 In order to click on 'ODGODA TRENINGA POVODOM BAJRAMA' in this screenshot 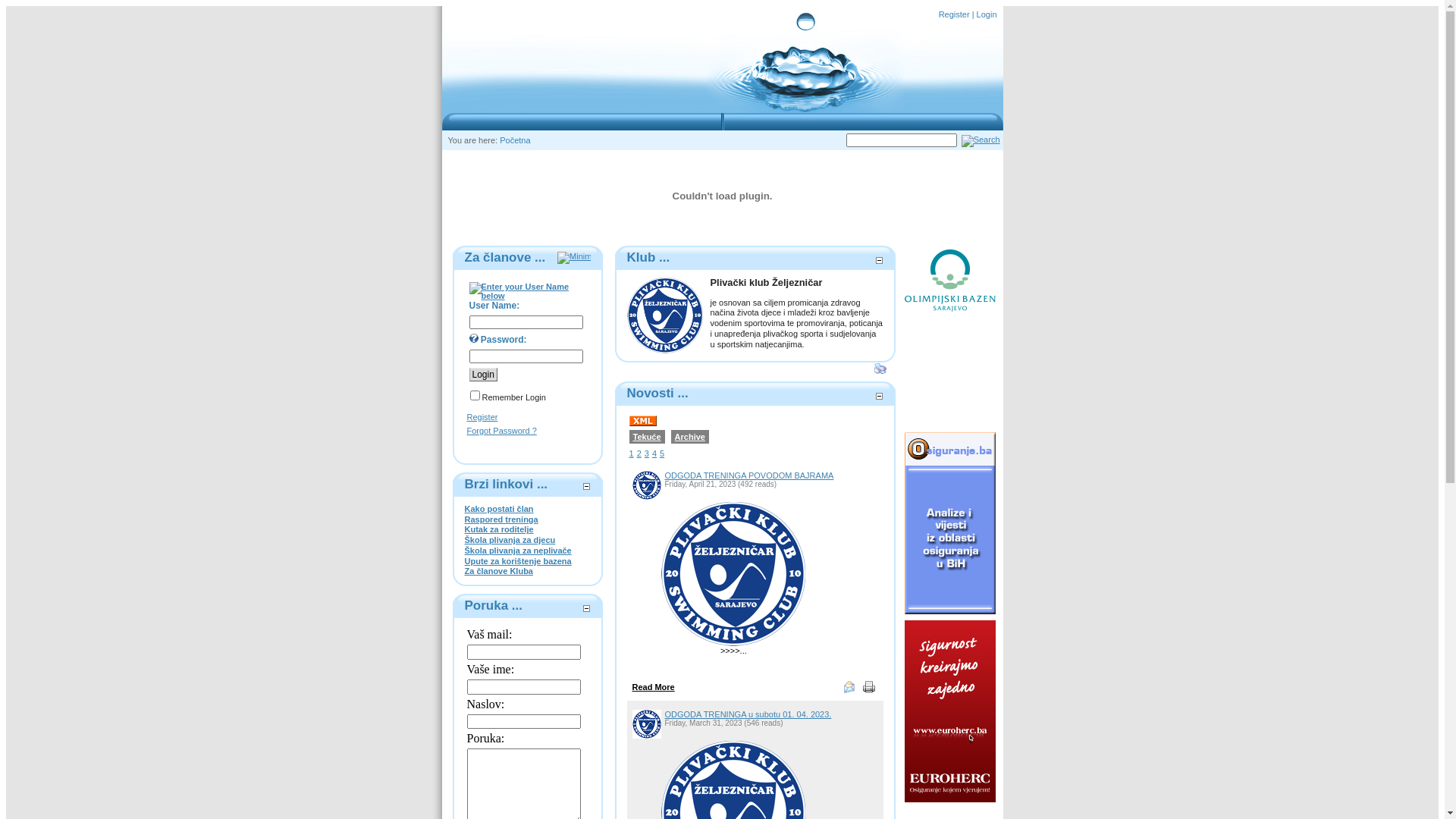, I will do `click(664, 475)`.